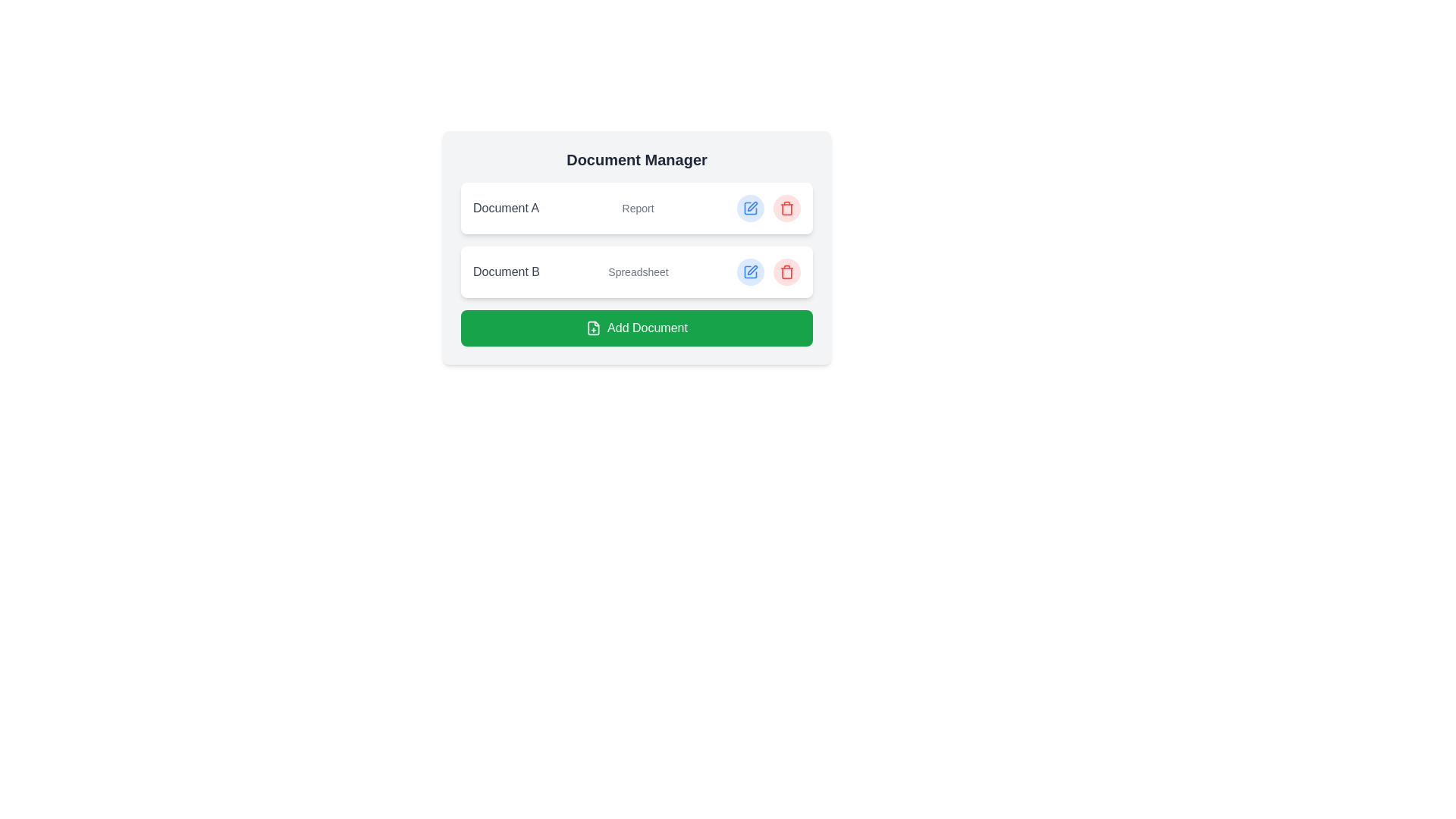  Describe the element at coordinates (637, 263) in the screenshot. I see `the second list item in the document manager interface, which is positioned below 'Document A' and above the 'Add Document' button` at that location.